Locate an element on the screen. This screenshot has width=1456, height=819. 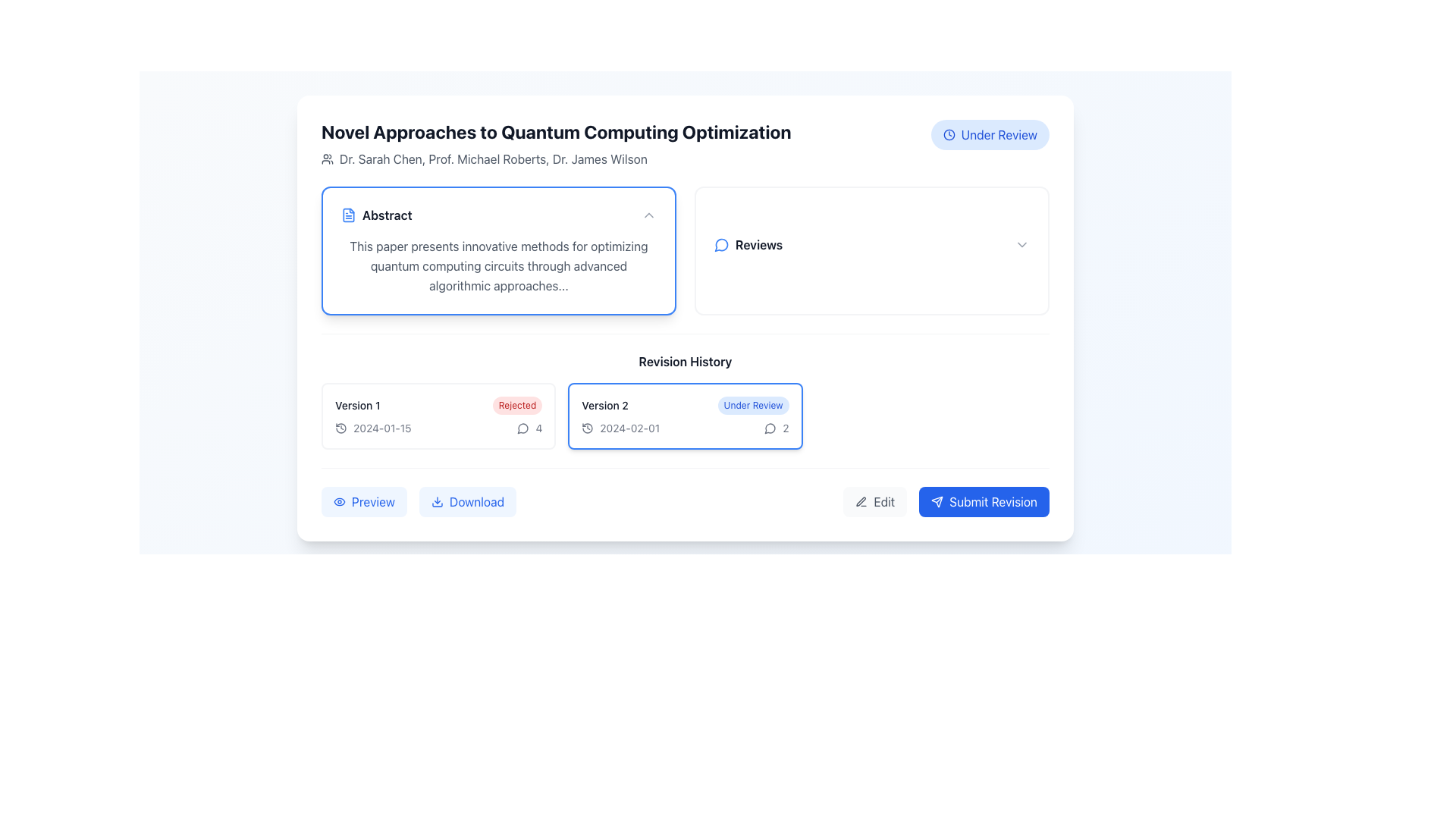
the styling and information of the text 'Abstract' displayed in bold near a blue document icon, located in the top-left portion of a summary box is located at coordinates (376, 215).